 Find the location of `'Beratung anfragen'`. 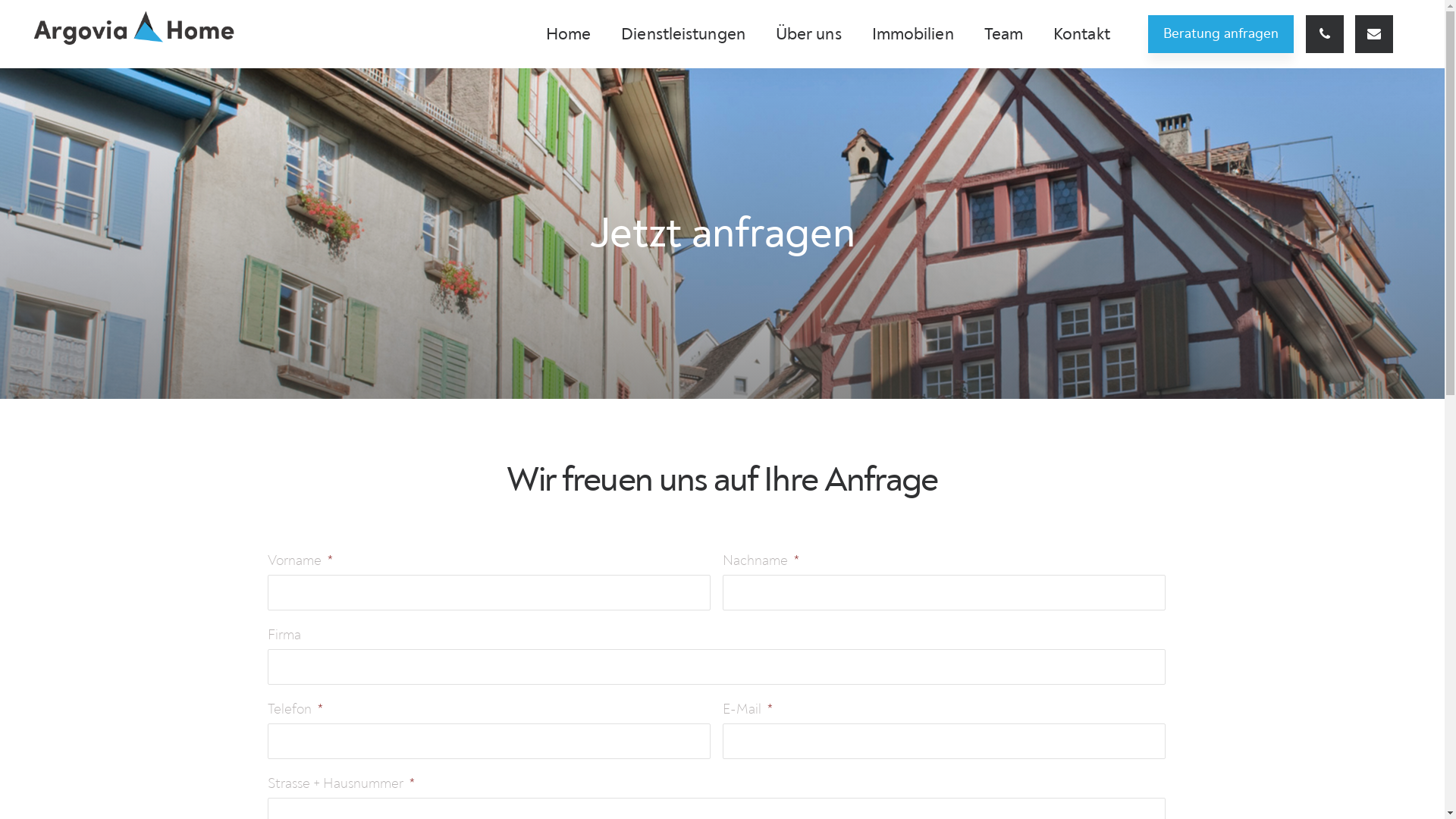

'Beratung anfragen' is located at coordinates (1221, 34).